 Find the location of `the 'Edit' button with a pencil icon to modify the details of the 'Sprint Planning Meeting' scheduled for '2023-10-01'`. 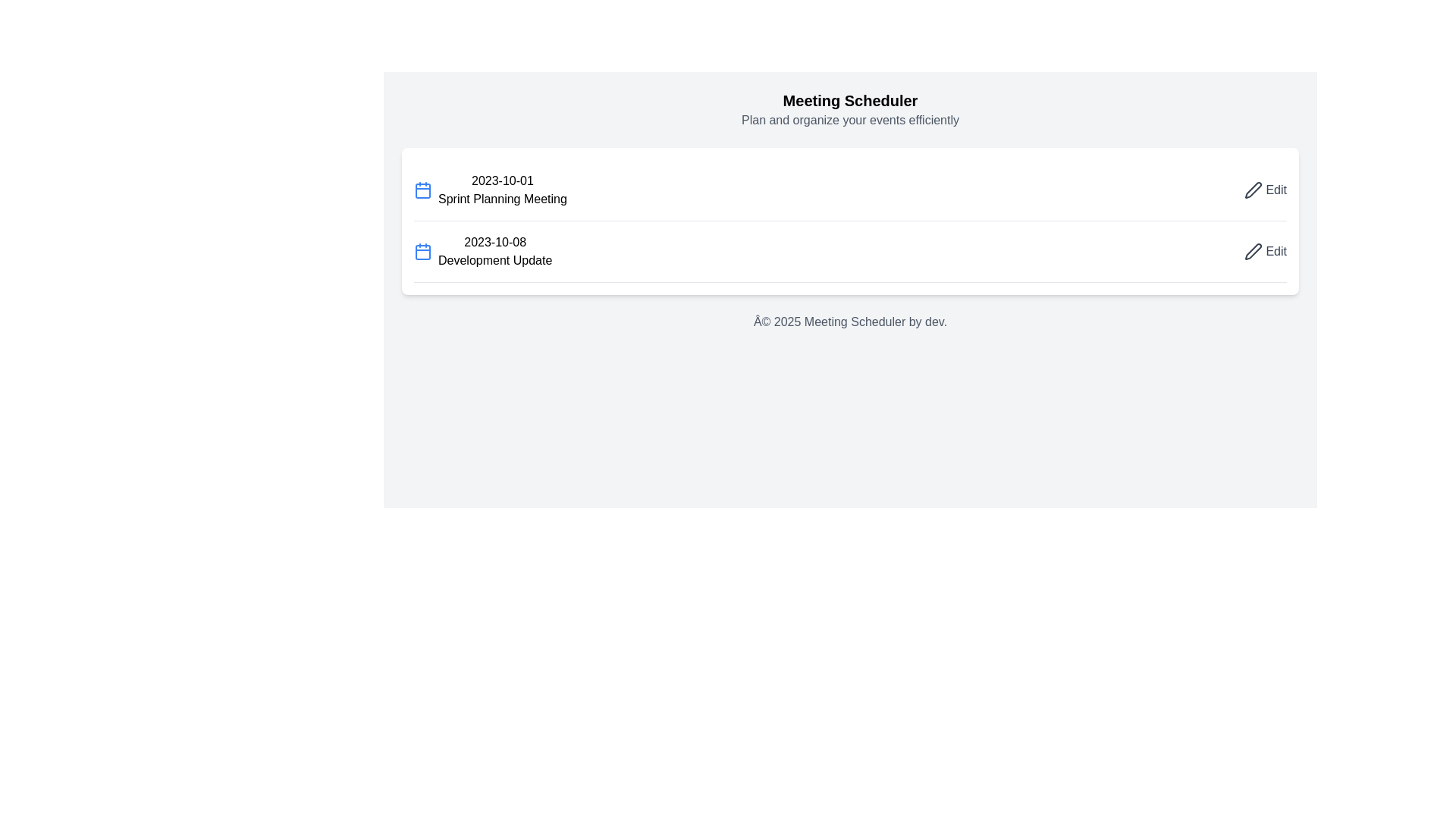

the 'Edit' button with a pencil icon to modify the details of the 'Sprint Planning Meeting' scheduled for '2023-10-01' is located at coordinates (1266, 189).